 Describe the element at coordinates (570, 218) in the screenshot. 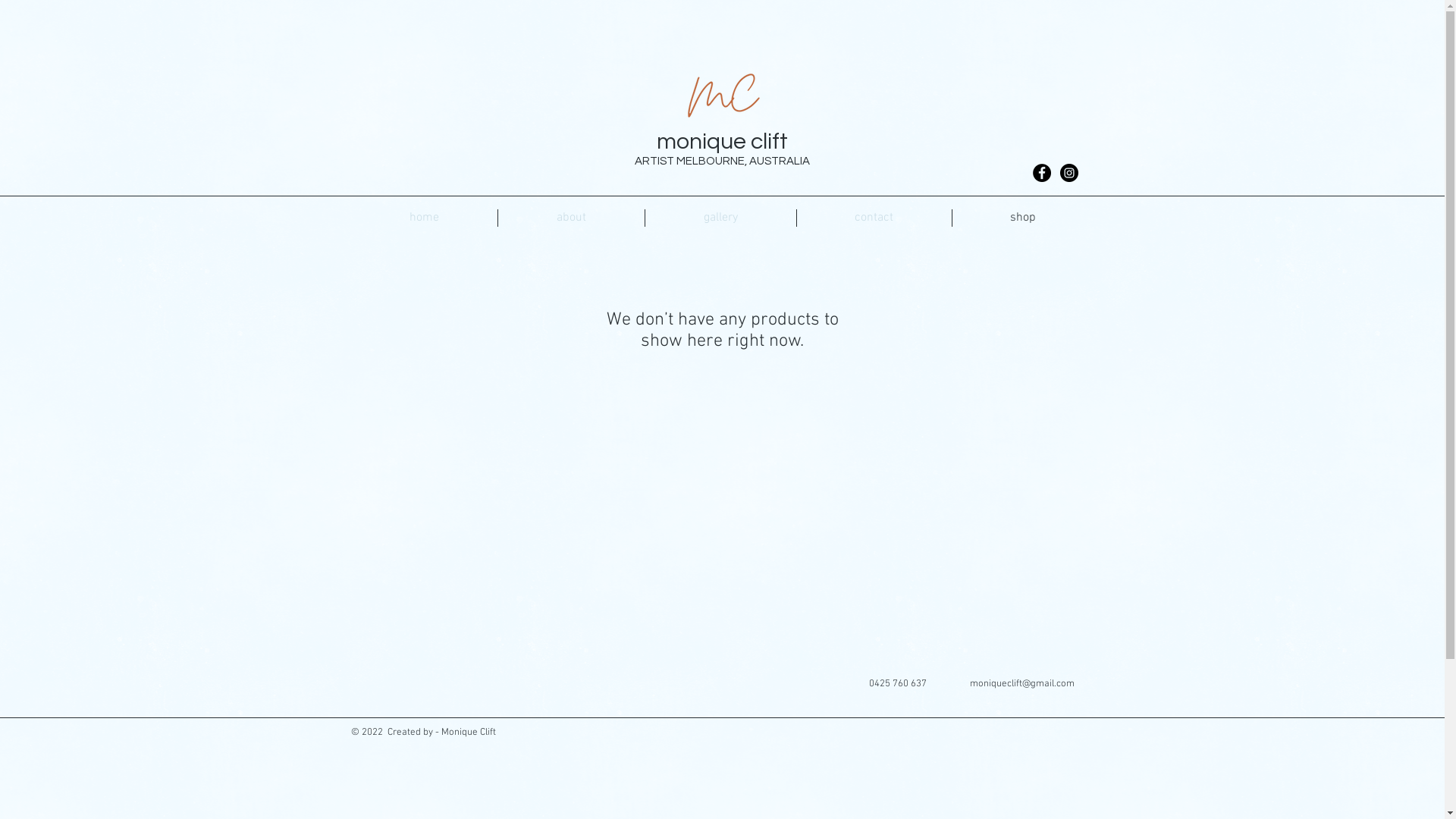

I see `'about'` at that location.